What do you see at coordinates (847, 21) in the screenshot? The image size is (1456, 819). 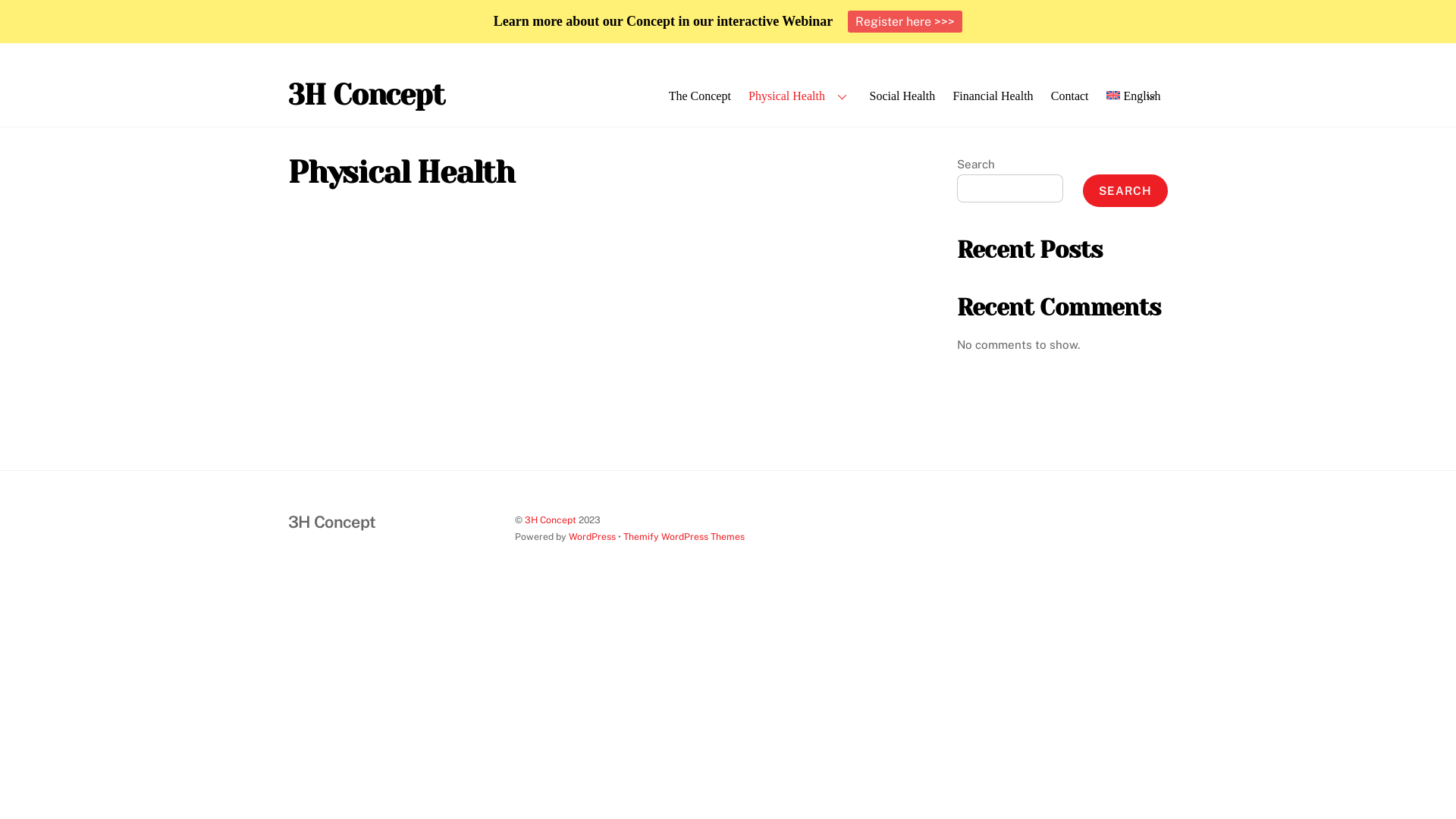 I see `'Register here >>>'` at bounding box center [847, 21].